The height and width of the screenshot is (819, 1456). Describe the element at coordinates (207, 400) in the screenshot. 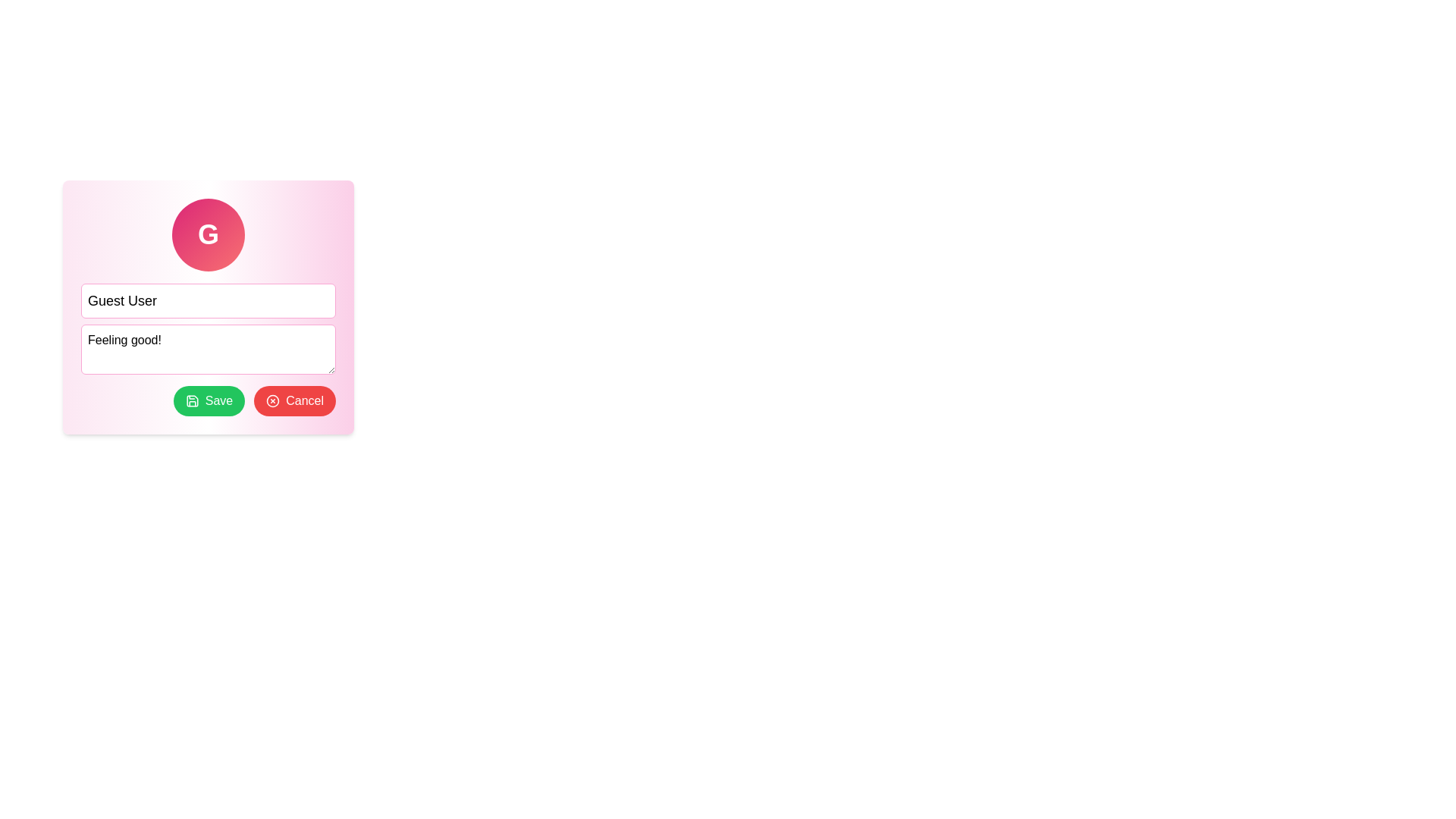

I see `the green 'Save' button with white text and a save icon, located below the text input fields in the form interface` at that location.